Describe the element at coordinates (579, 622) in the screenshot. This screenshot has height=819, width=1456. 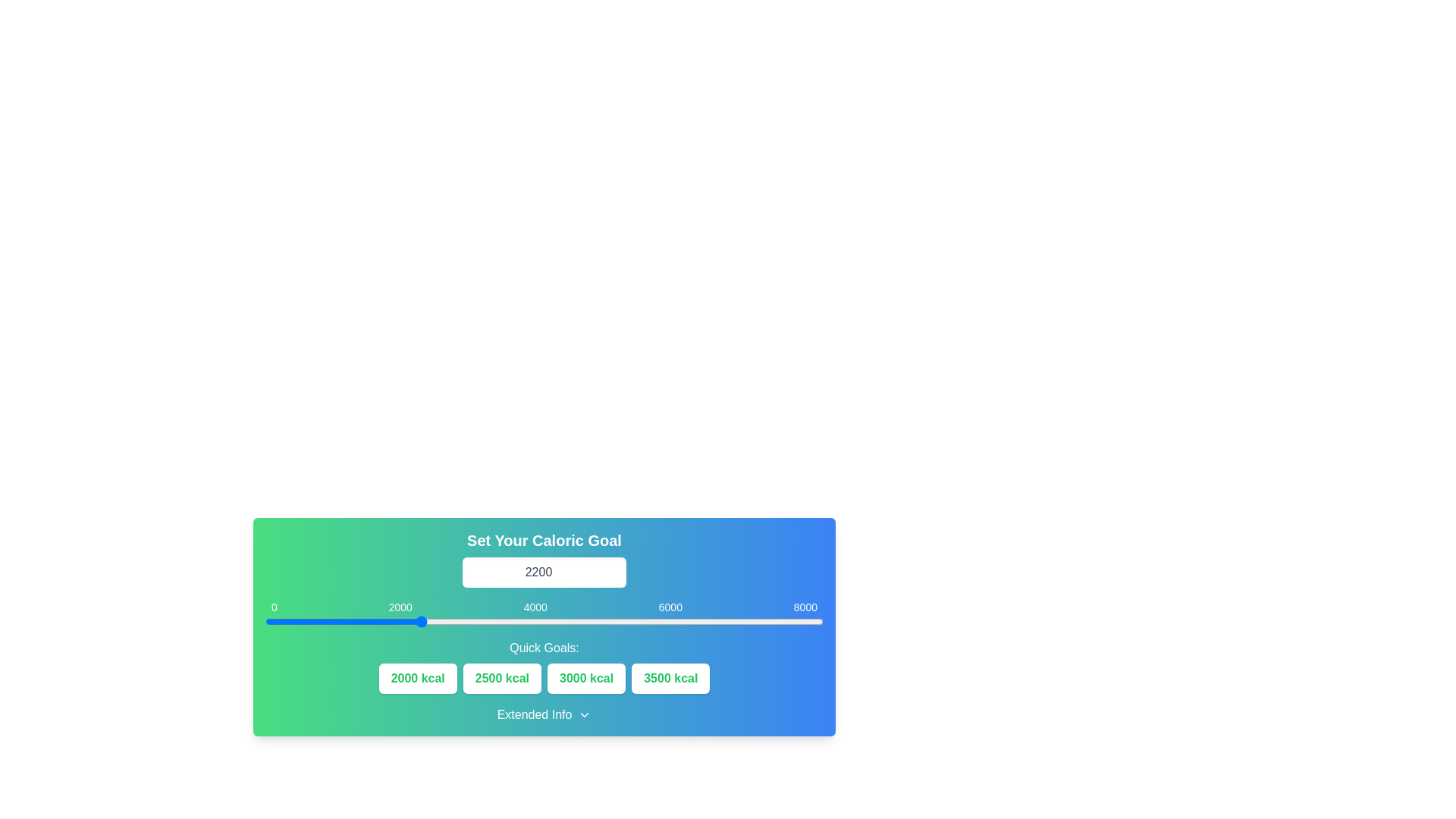
I see `the caloric goal` at that location.